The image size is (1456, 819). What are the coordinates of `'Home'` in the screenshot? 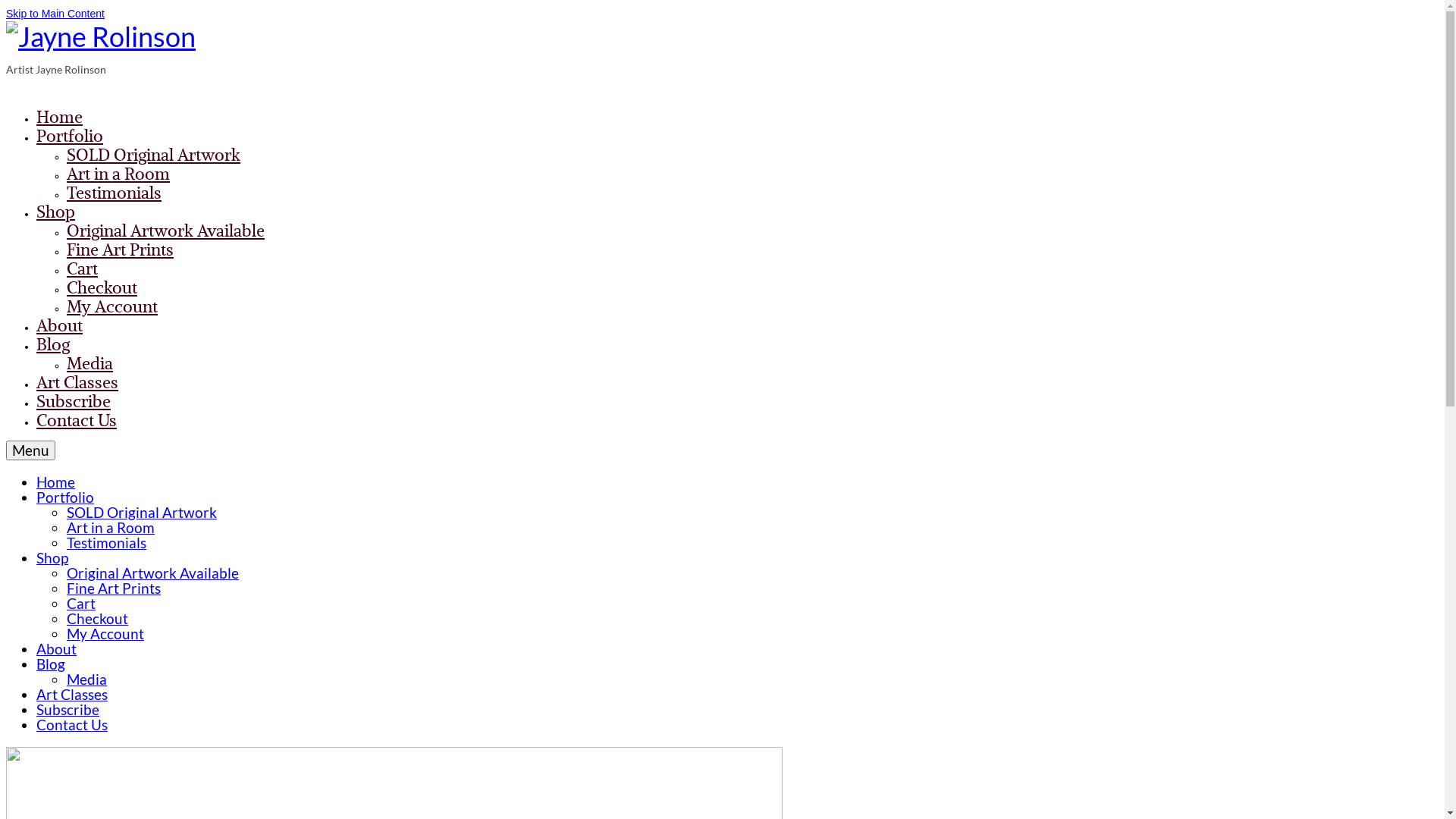 It's located at (59, 116).